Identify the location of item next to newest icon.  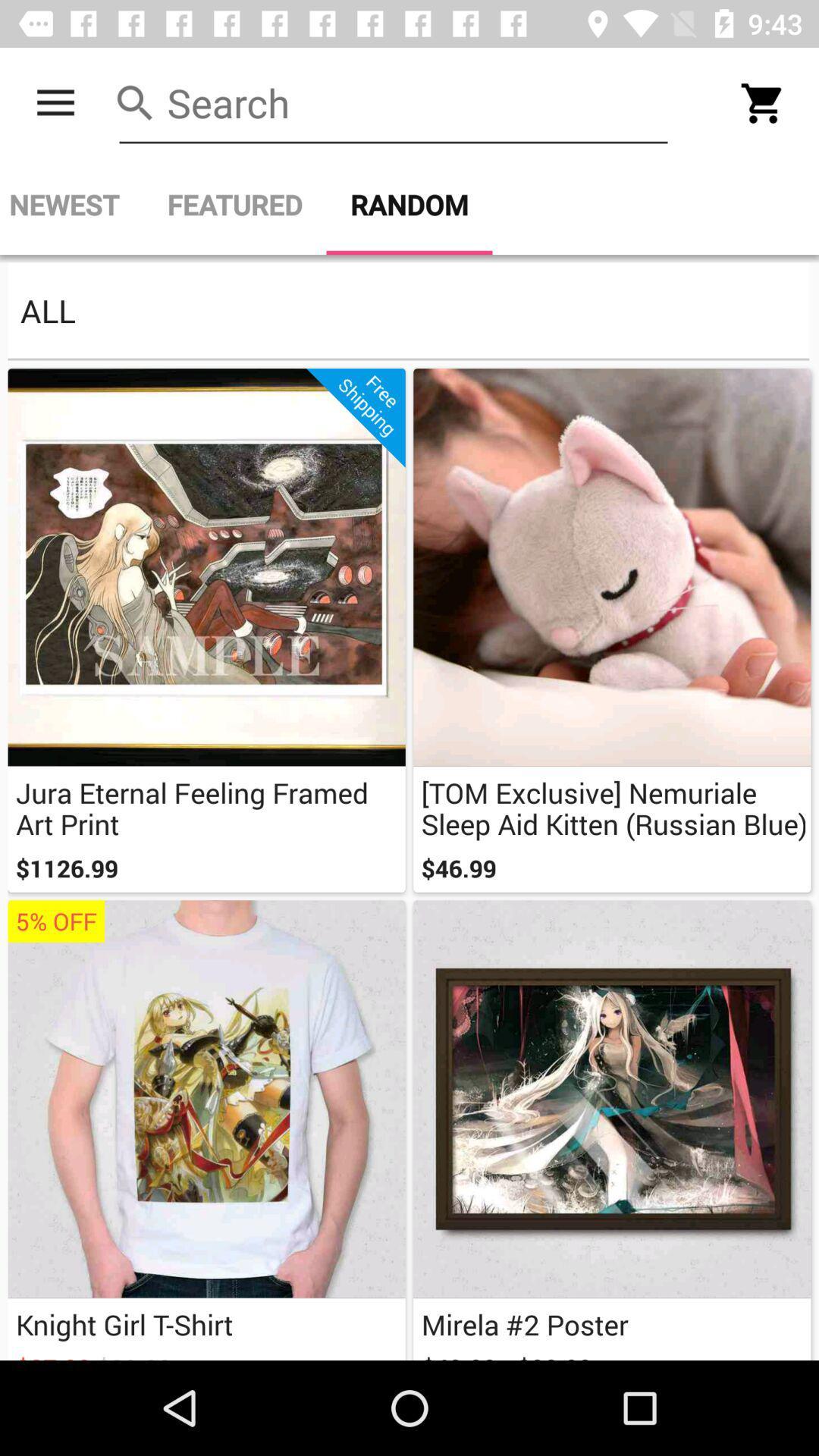
(234, 204).